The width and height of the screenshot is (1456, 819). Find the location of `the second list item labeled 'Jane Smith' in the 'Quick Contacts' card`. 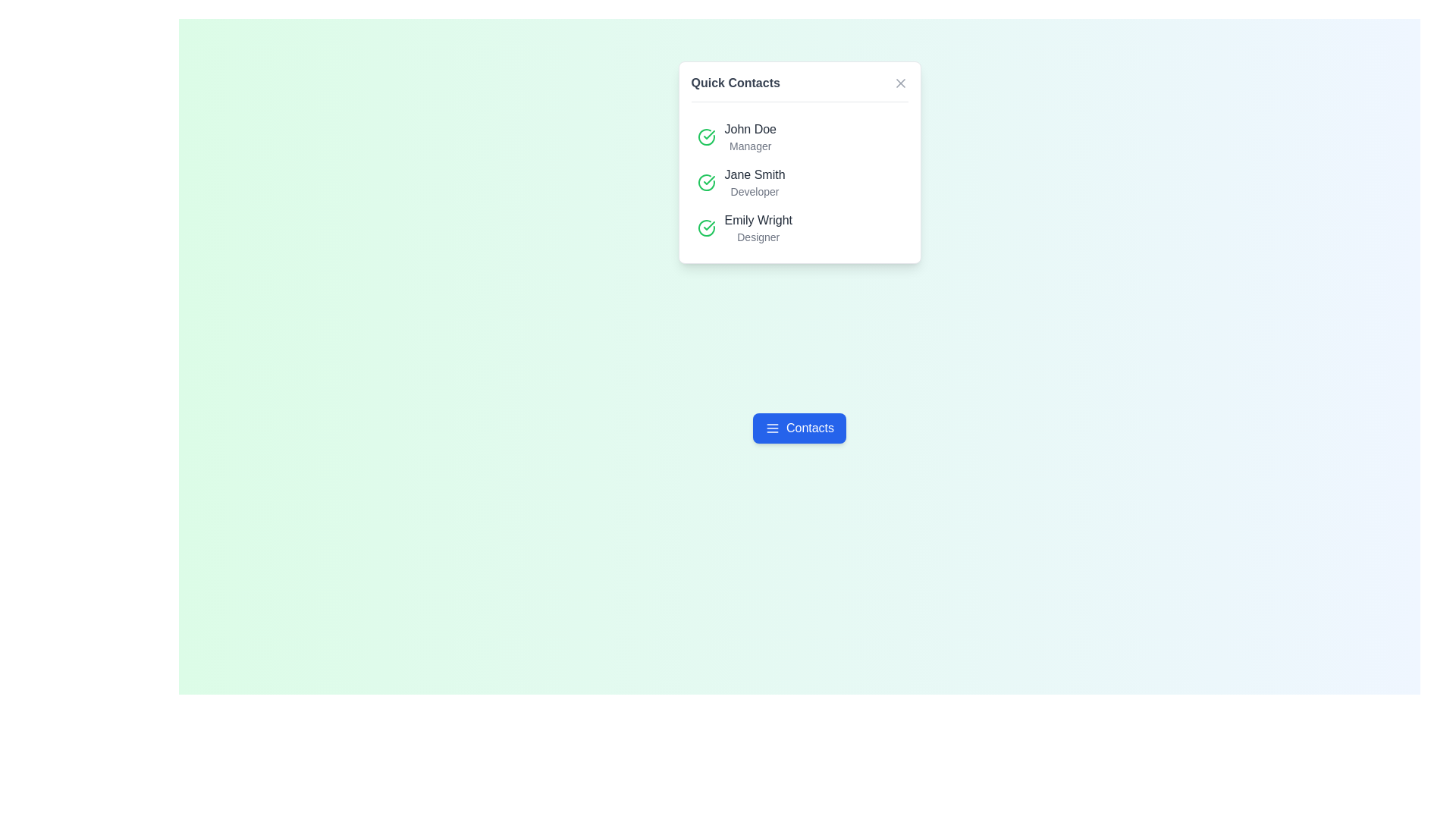

the second list item labeled 'Jane Smith' in the 'Quick Contacts' card is located at coordinates (799, 181).